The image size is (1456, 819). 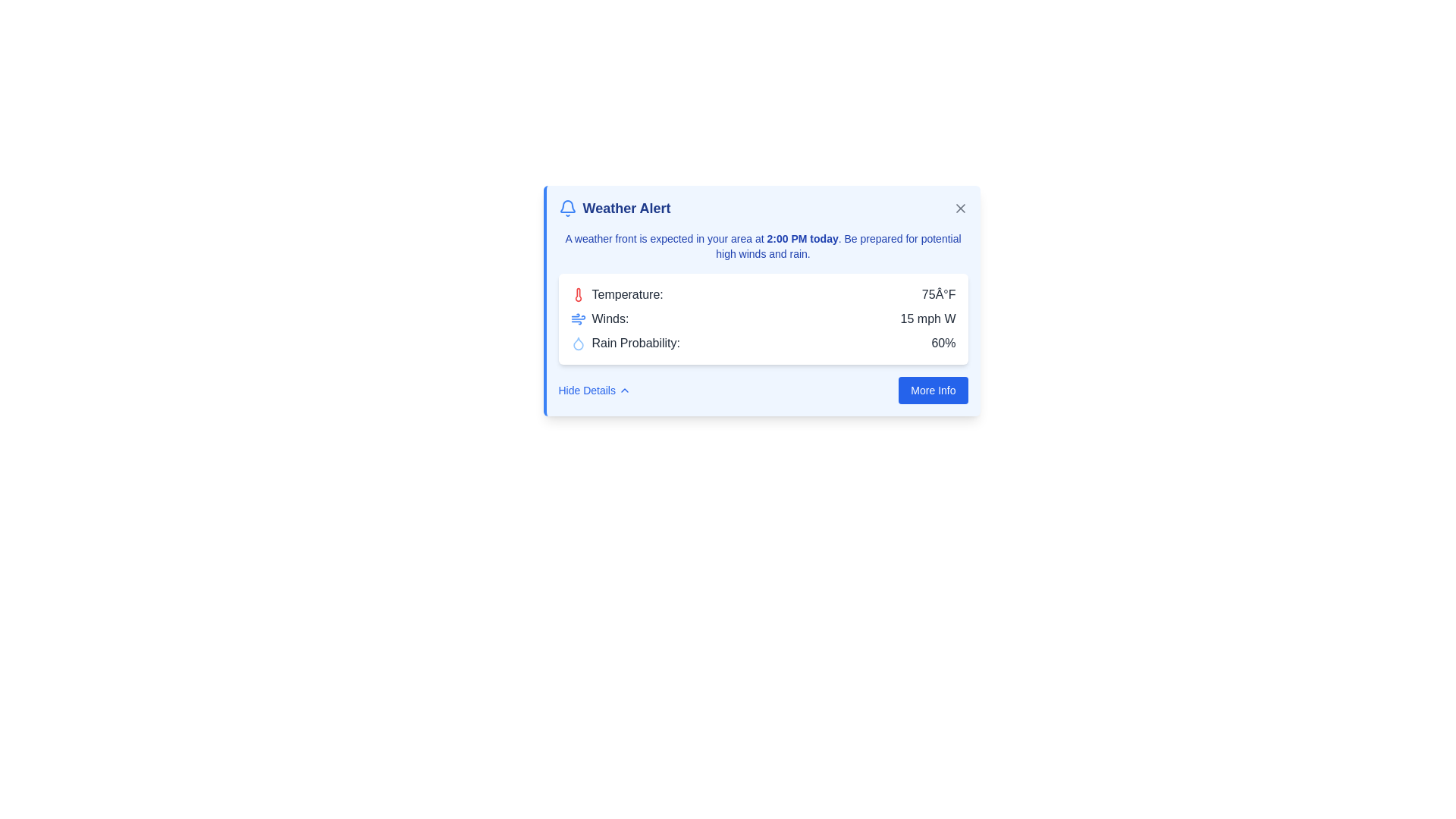 I want to click on the close button located in the top right corner of the notification panel, which dismisses the panel when clicked, so click(x=959, y=208).